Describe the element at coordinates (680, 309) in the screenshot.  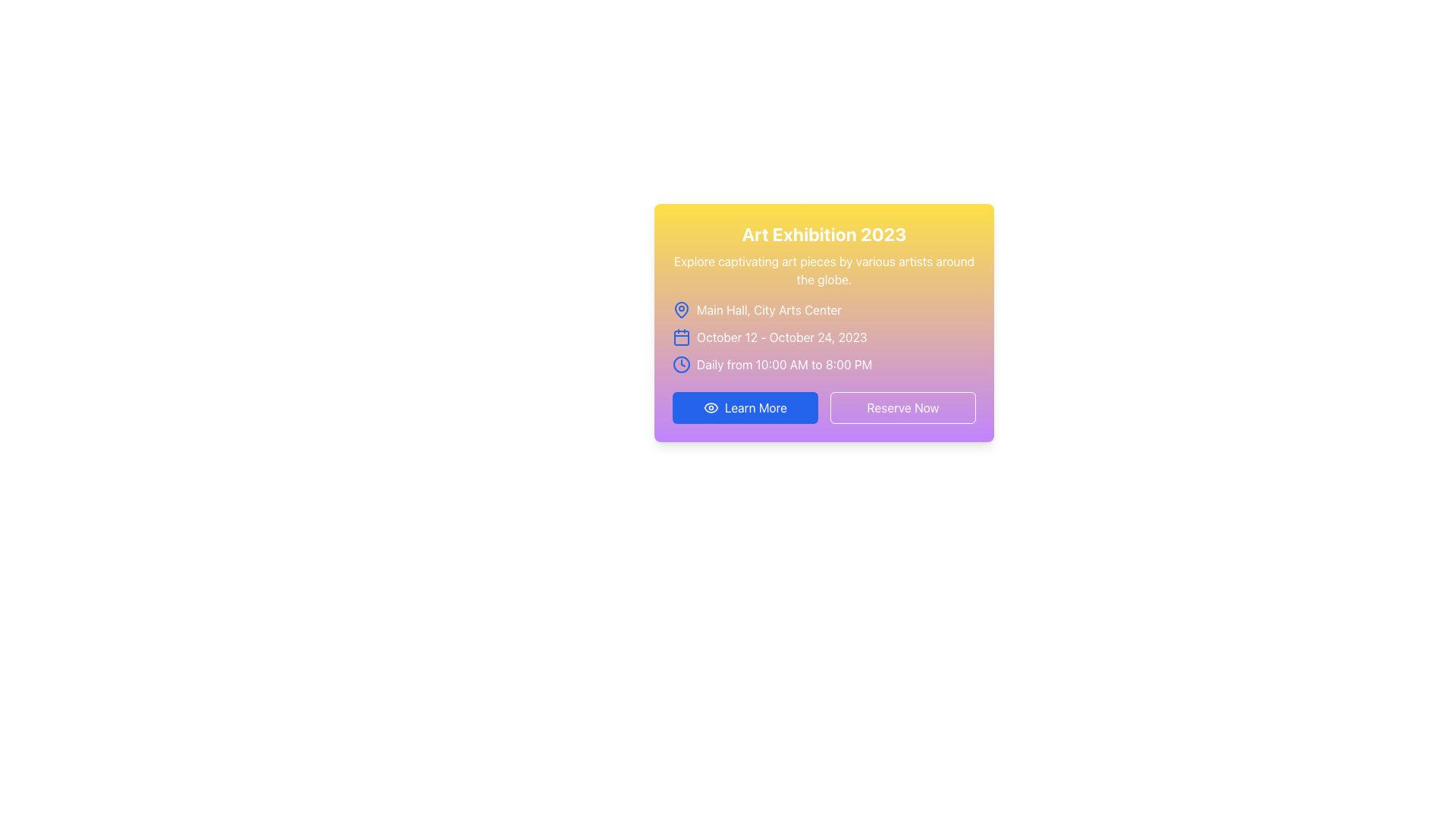
I see `the map pin icon, which is a light blue outlined vector graphic located to the left of the location text 'Main Hall, City Arts Center' in the event detail card` at that location.